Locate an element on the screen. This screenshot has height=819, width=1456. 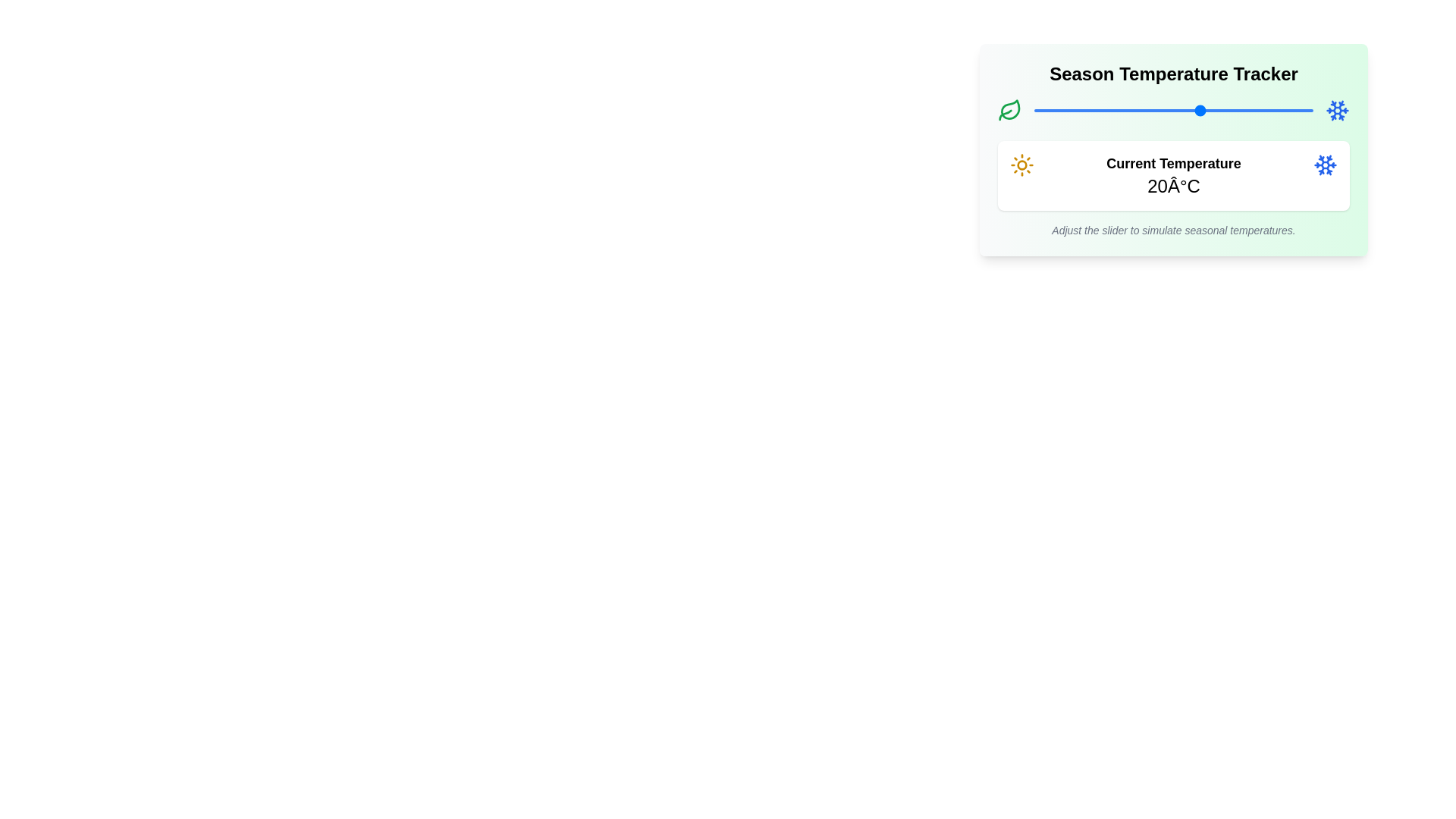
the slider to set the temperature to 38°C is located at coordinates (1301, 110).